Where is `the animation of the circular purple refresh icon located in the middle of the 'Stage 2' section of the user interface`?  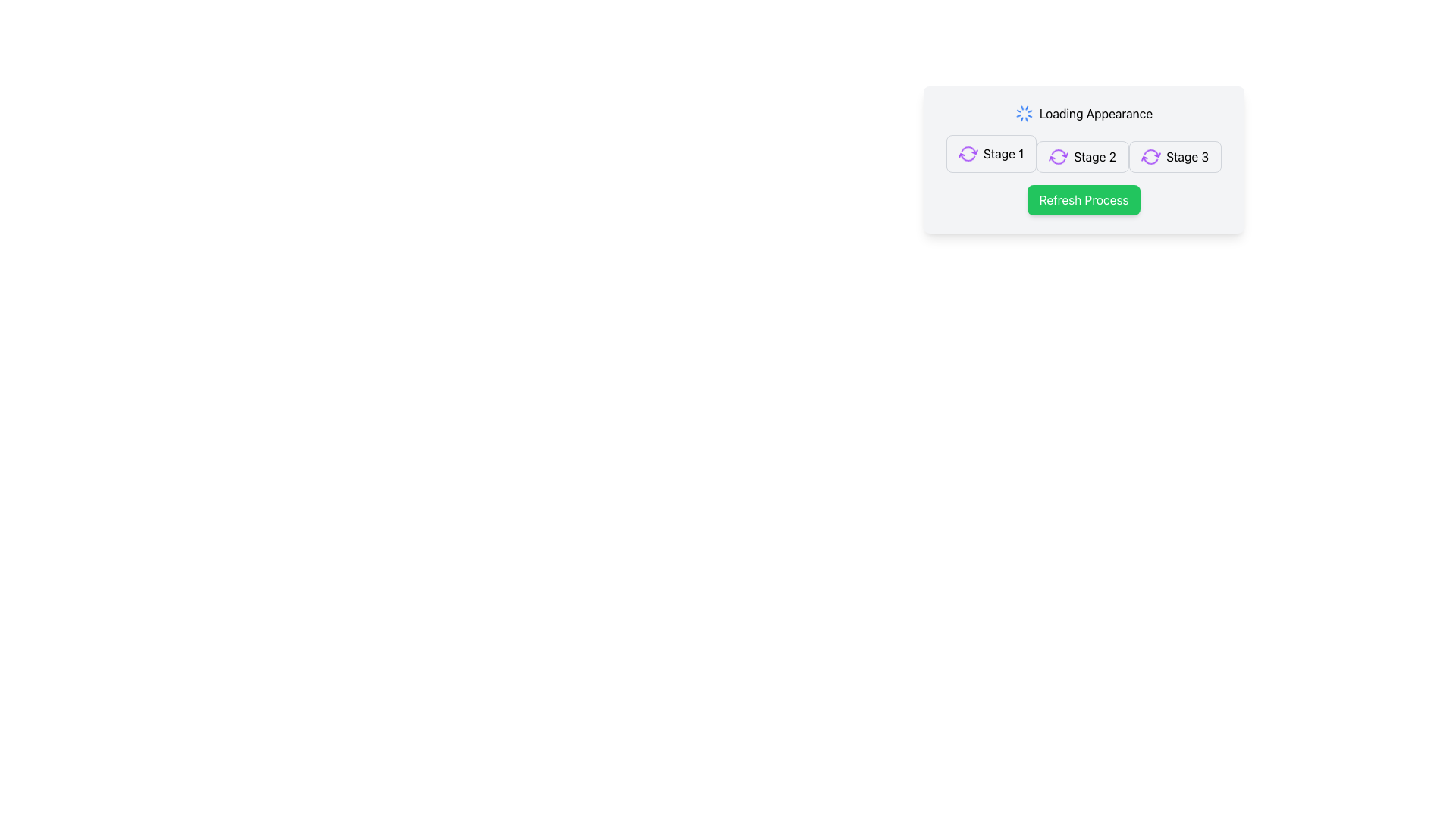 the animation of the circular purple refresh icon located in the middle of the 'Stage 2' section of the user interface is located at coordinates (1058, 157).